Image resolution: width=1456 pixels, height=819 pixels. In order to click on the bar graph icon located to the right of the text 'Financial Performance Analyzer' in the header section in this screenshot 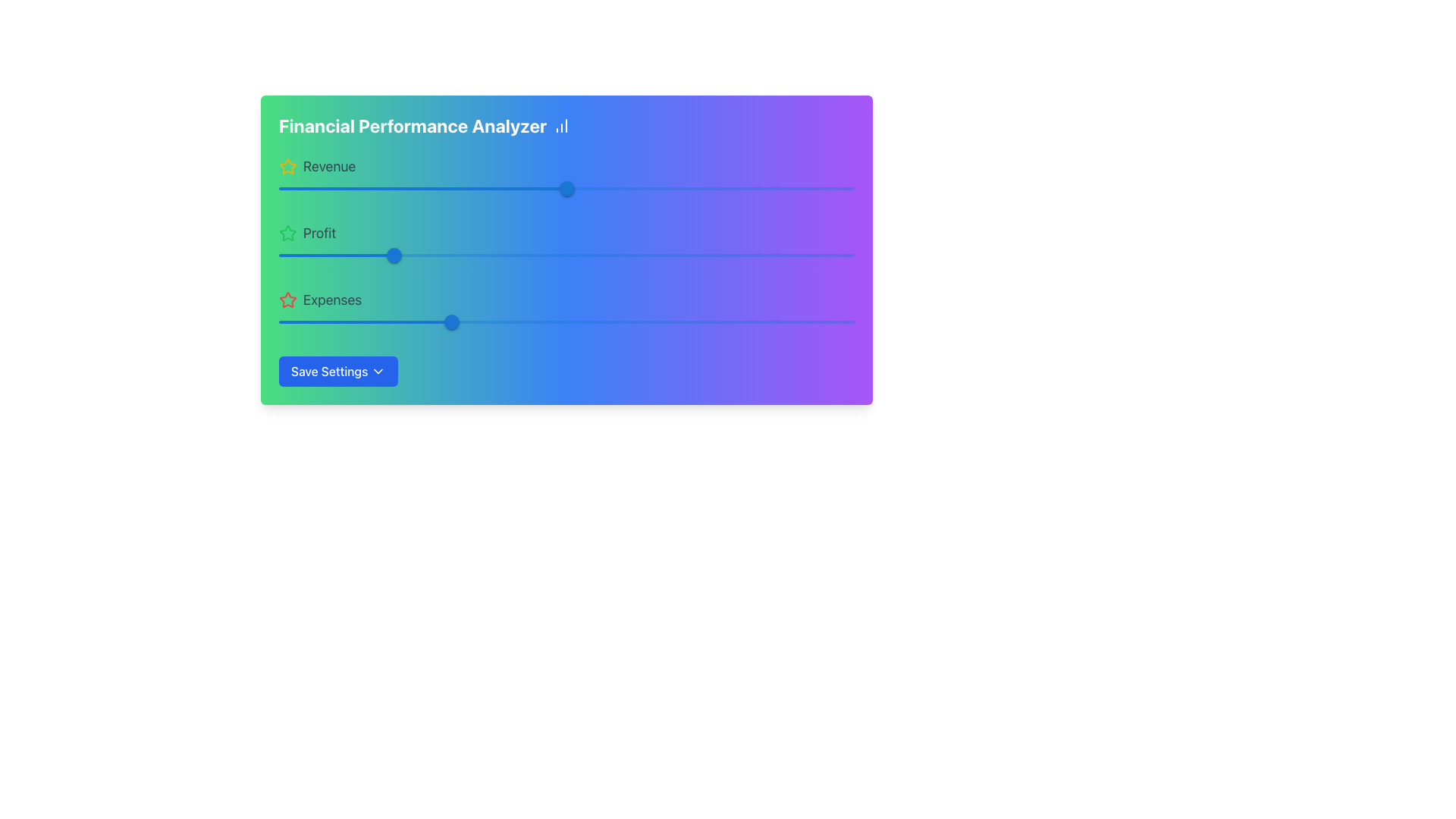, I will do `click(561, 124)`.